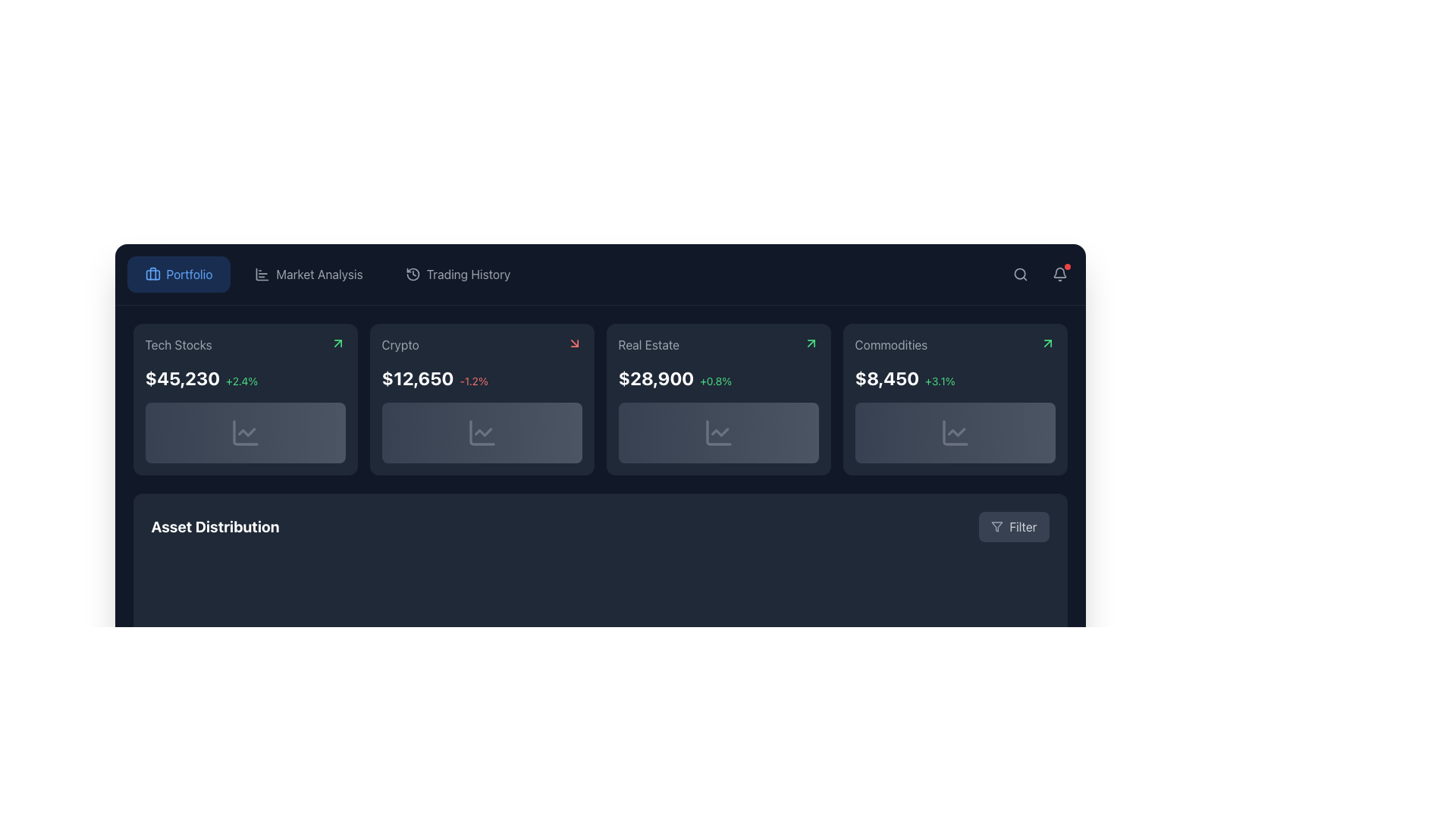 The height and width of the screenshot is (819, 1456). I want to click on the text label displaying '+0.8%' located in the 'Real Estate' card, positioned to the right of the main numeric value '$28,900', so click(715, 380).